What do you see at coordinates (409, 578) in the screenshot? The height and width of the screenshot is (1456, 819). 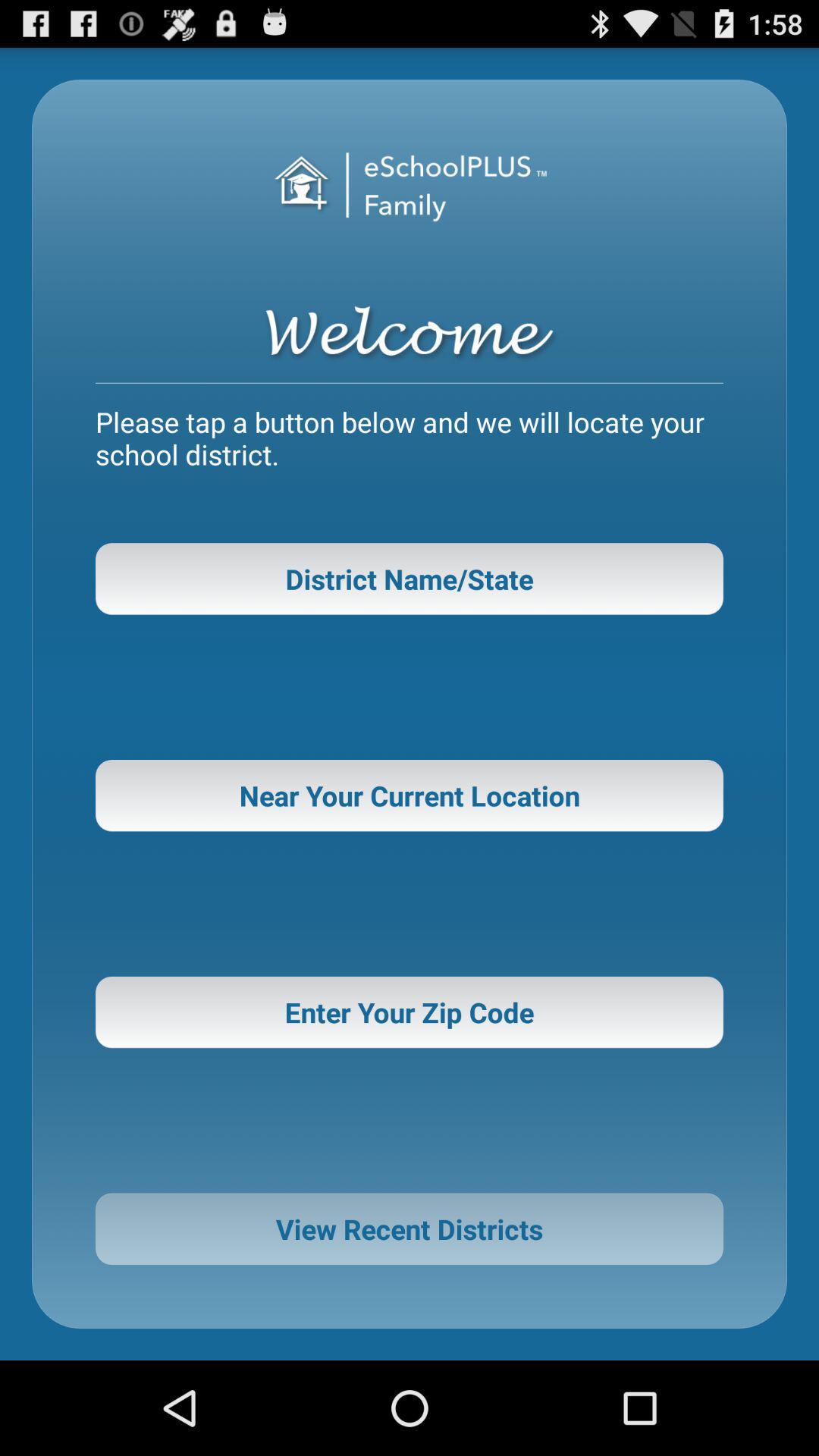 I see `district name/state item` at bounding box center [409, 578].